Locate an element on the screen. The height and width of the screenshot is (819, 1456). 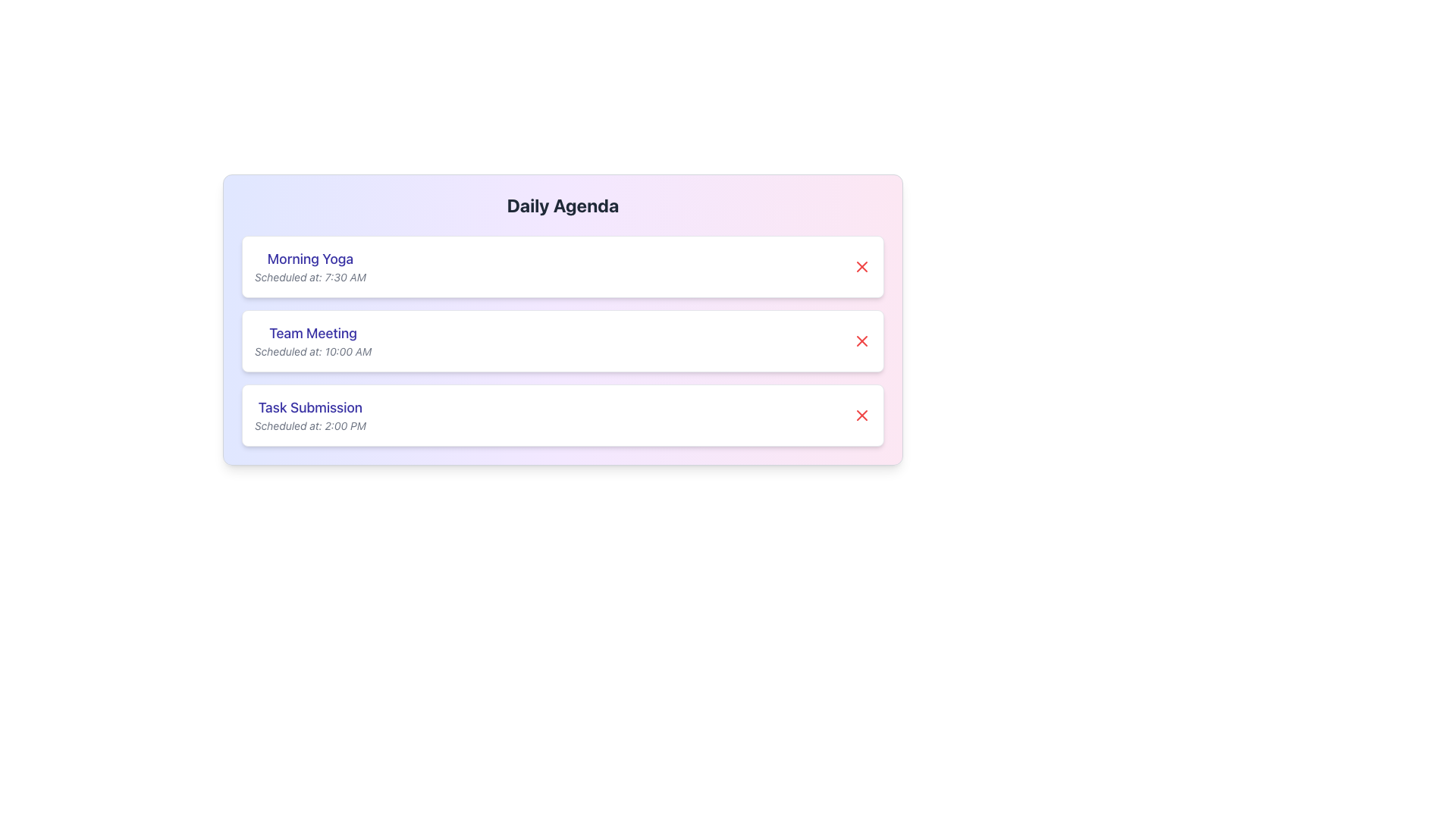
the second red X icon to the right of the 'Team Meeting' item in the Daily Agenda list is located at coordinates (862, 341).